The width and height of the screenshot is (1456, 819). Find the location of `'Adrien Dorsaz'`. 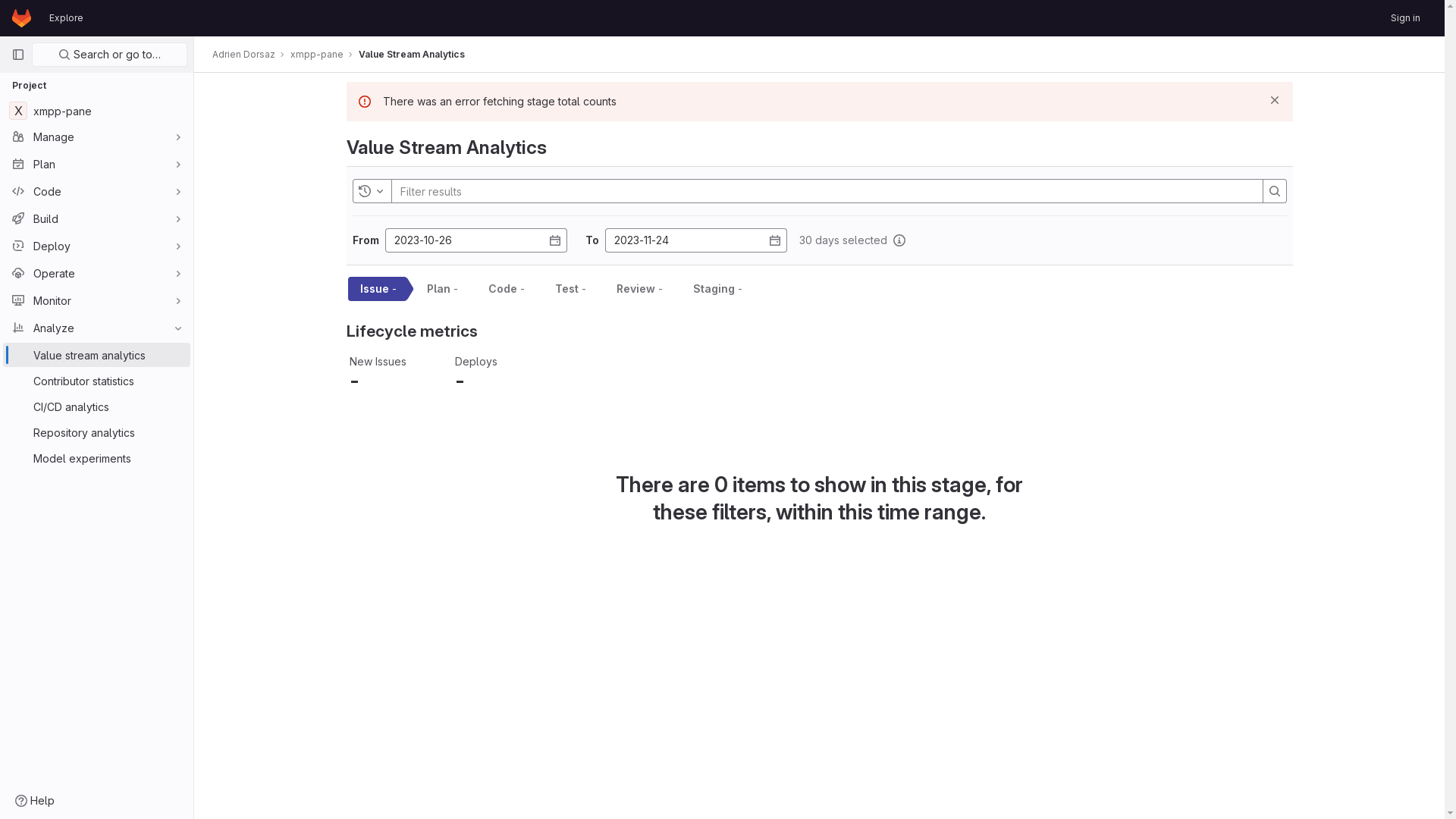

'Adrien Dorsaz' is located at coordinates (243, 54).